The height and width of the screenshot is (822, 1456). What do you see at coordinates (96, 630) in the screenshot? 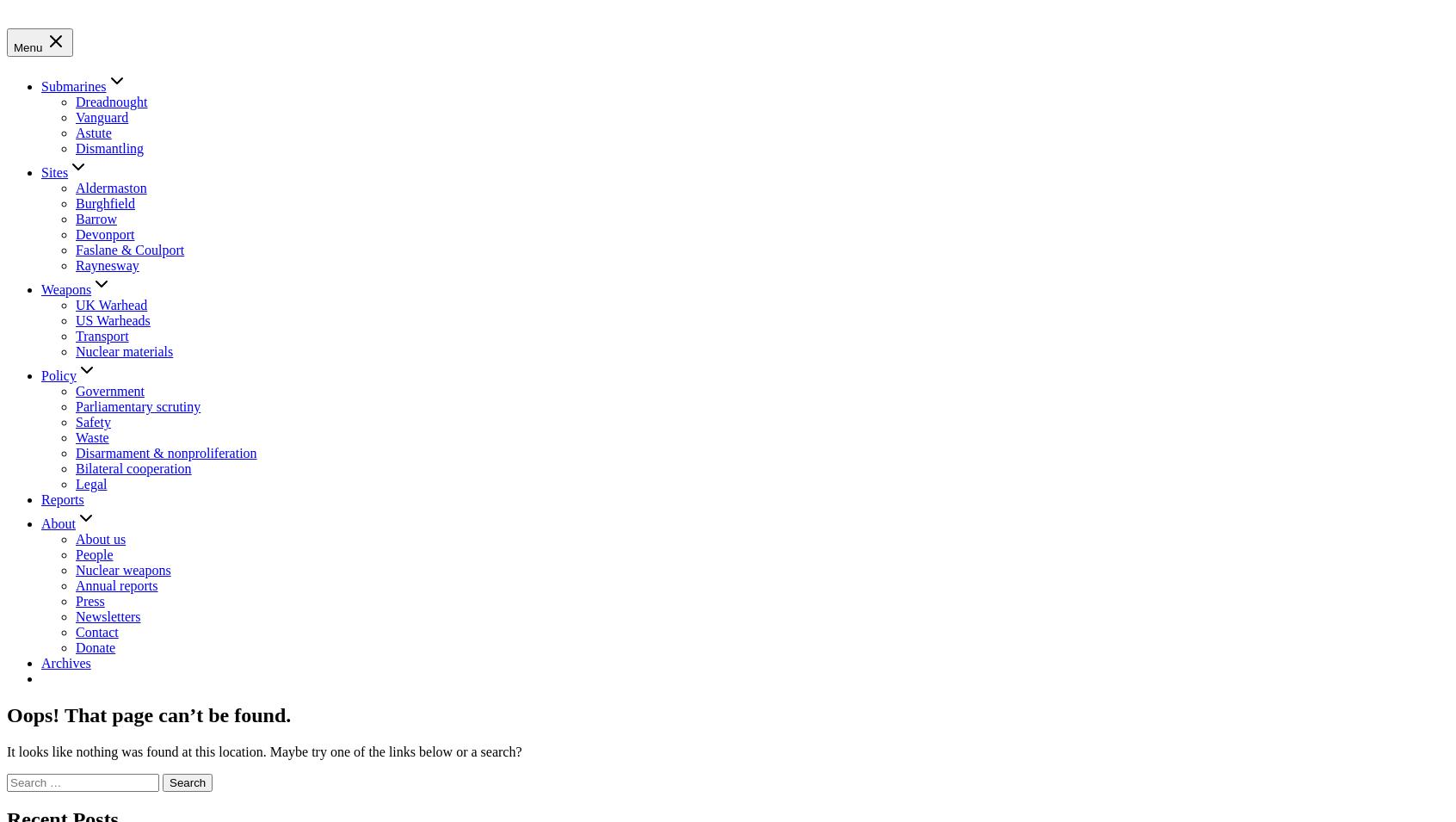
I see `'Contact'` at bounding box center [96, 630].